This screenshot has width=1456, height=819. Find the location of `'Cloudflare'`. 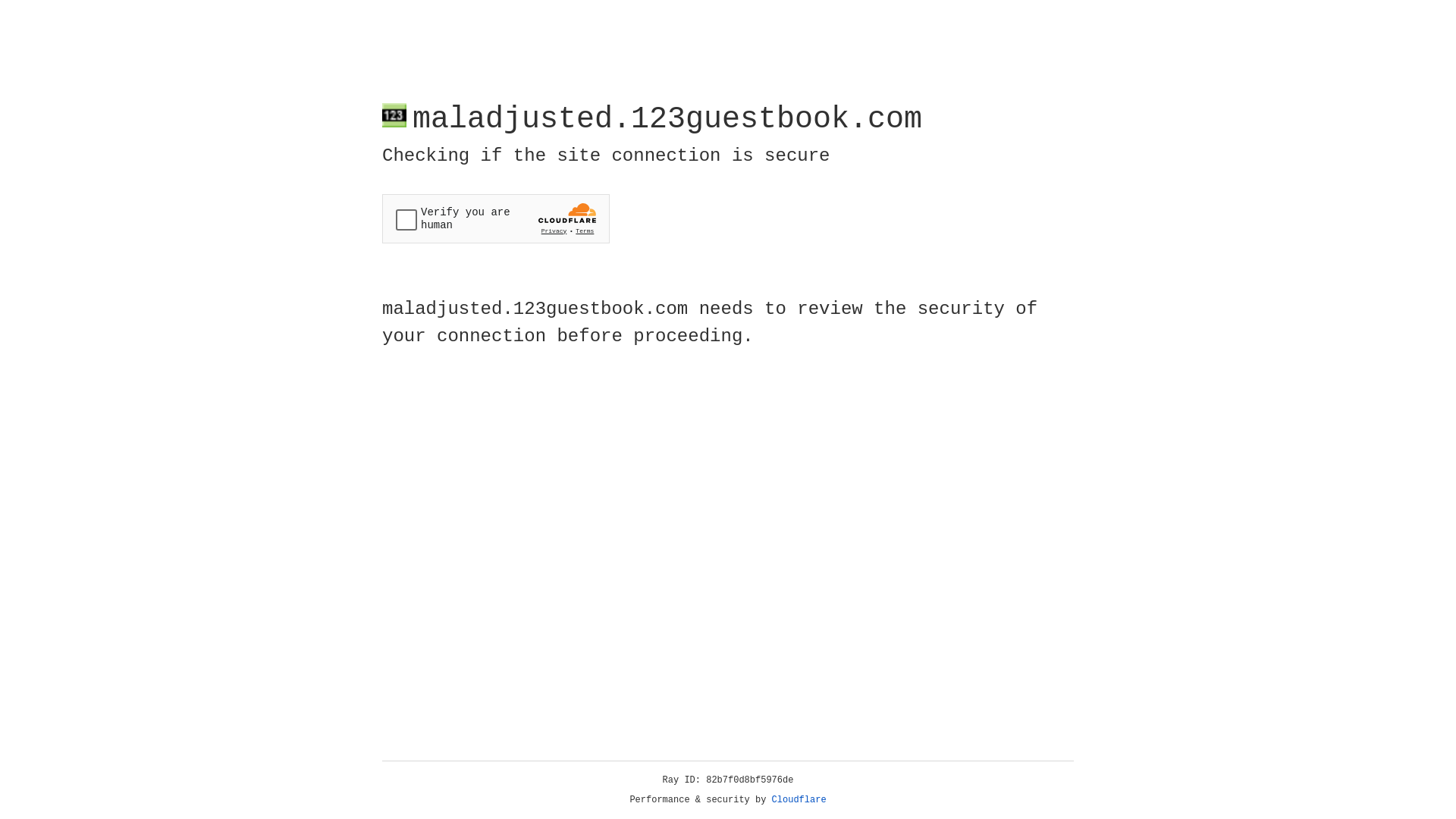

'Cloudflare' is located at coordinates (799, 799).